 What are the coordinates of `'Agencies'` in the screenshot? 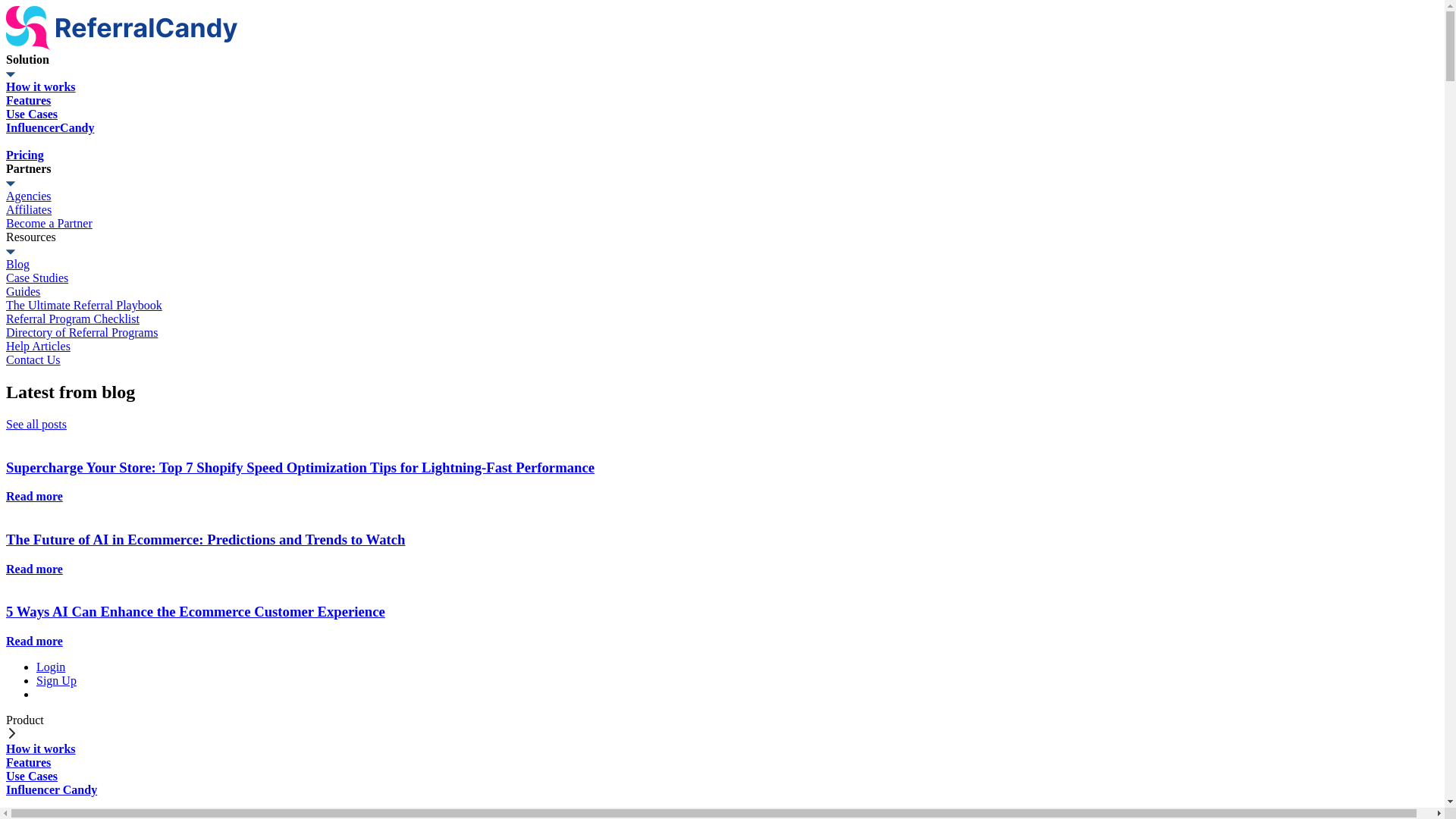 It's located at (6, 195).